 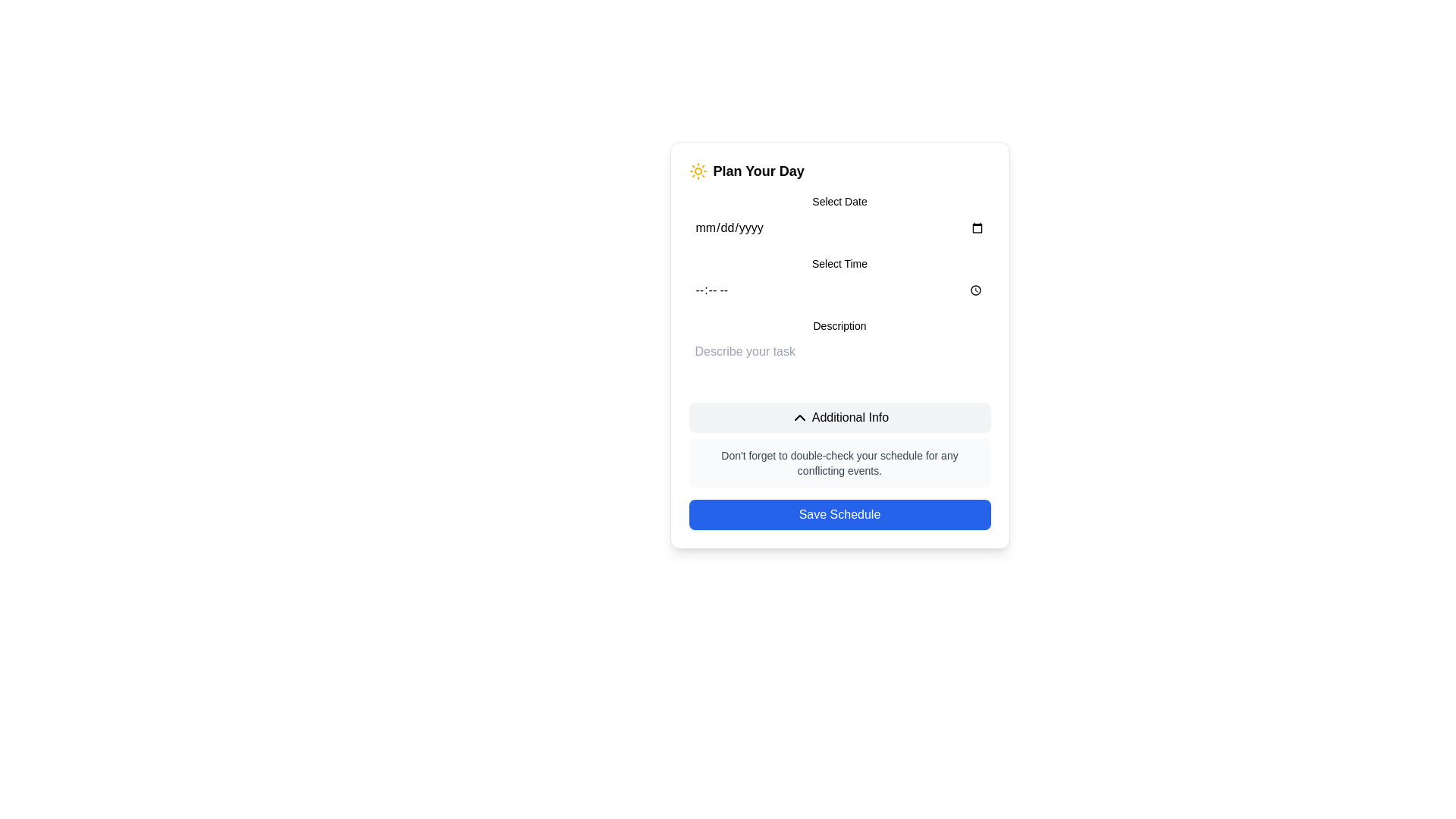 What do you see at coordinates (839, 418) in the screenshot?
I see `the 'Additional Info' button, which features an upward-pointing chevron icon and a light gray background, located in the center-bottom area of a card layout` at bounding box center [839, 418].